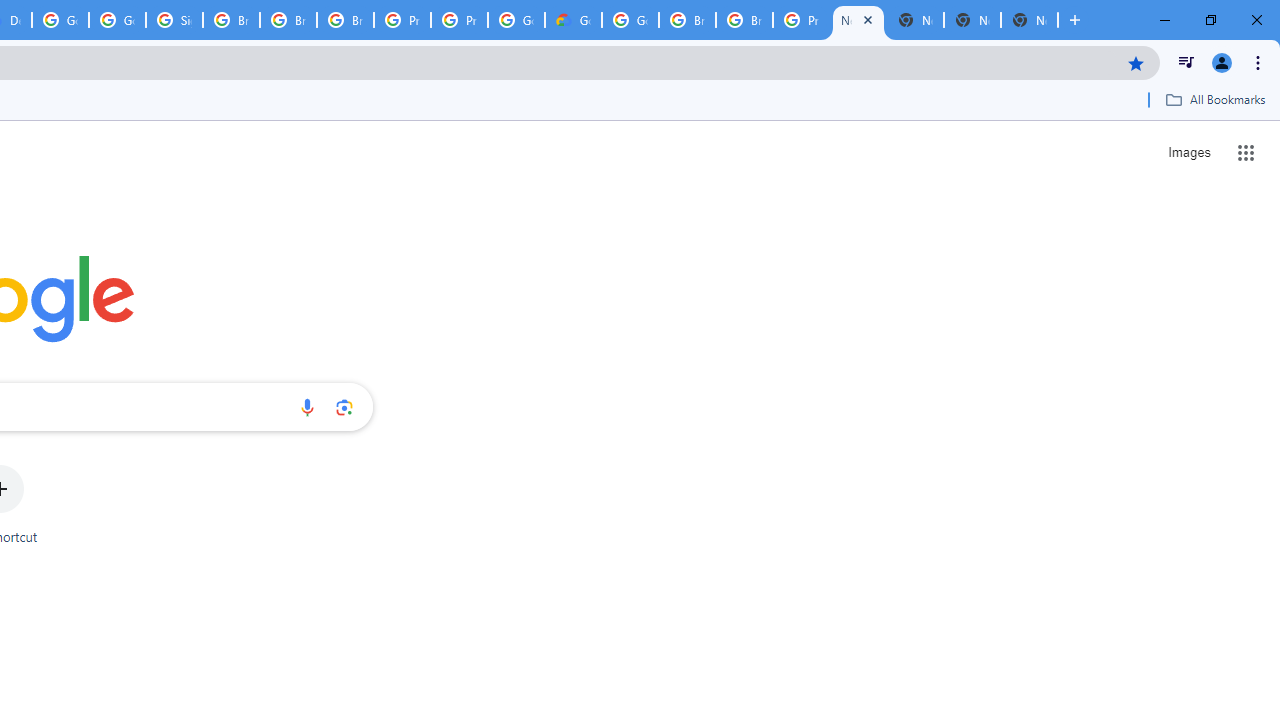 The image size is (1280, 720). What do you see at coordinates (572, 20) in the screenshot?
I see `'Google Cloud Estimate Summary'` at bounding box center [572, 20].